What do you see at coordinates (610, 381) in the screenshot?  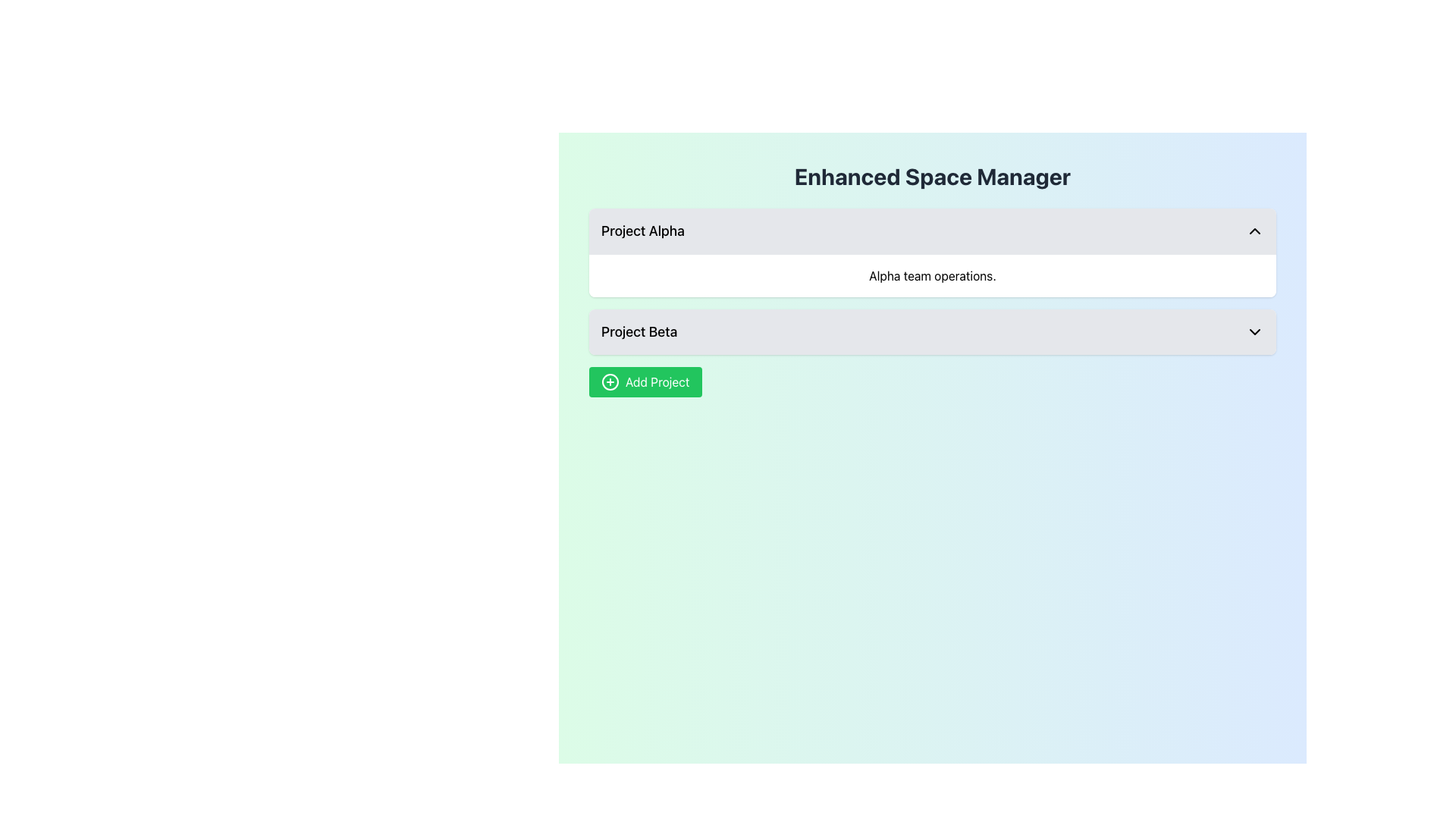 I see `the circular vector graphic element that outlines the plus symbol in the 'Add Project' button located at the bottom of the interface` at bounding box center [610, 381].